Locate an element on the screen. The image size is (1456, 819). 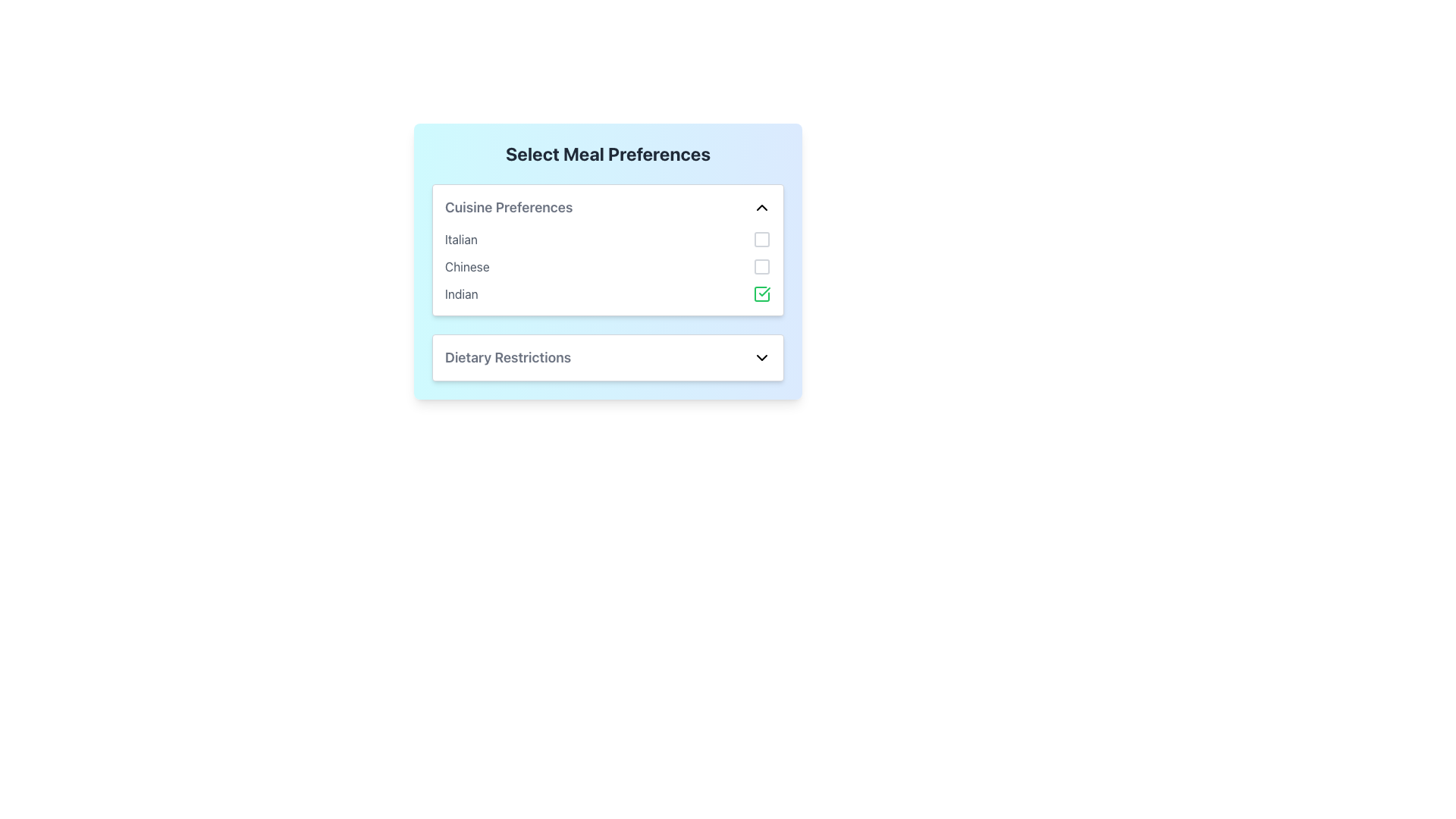
the text label reading 'Dietary Restrictions' located within the 'Select Meal Preferences' panel is located at coordinates (508, 357).